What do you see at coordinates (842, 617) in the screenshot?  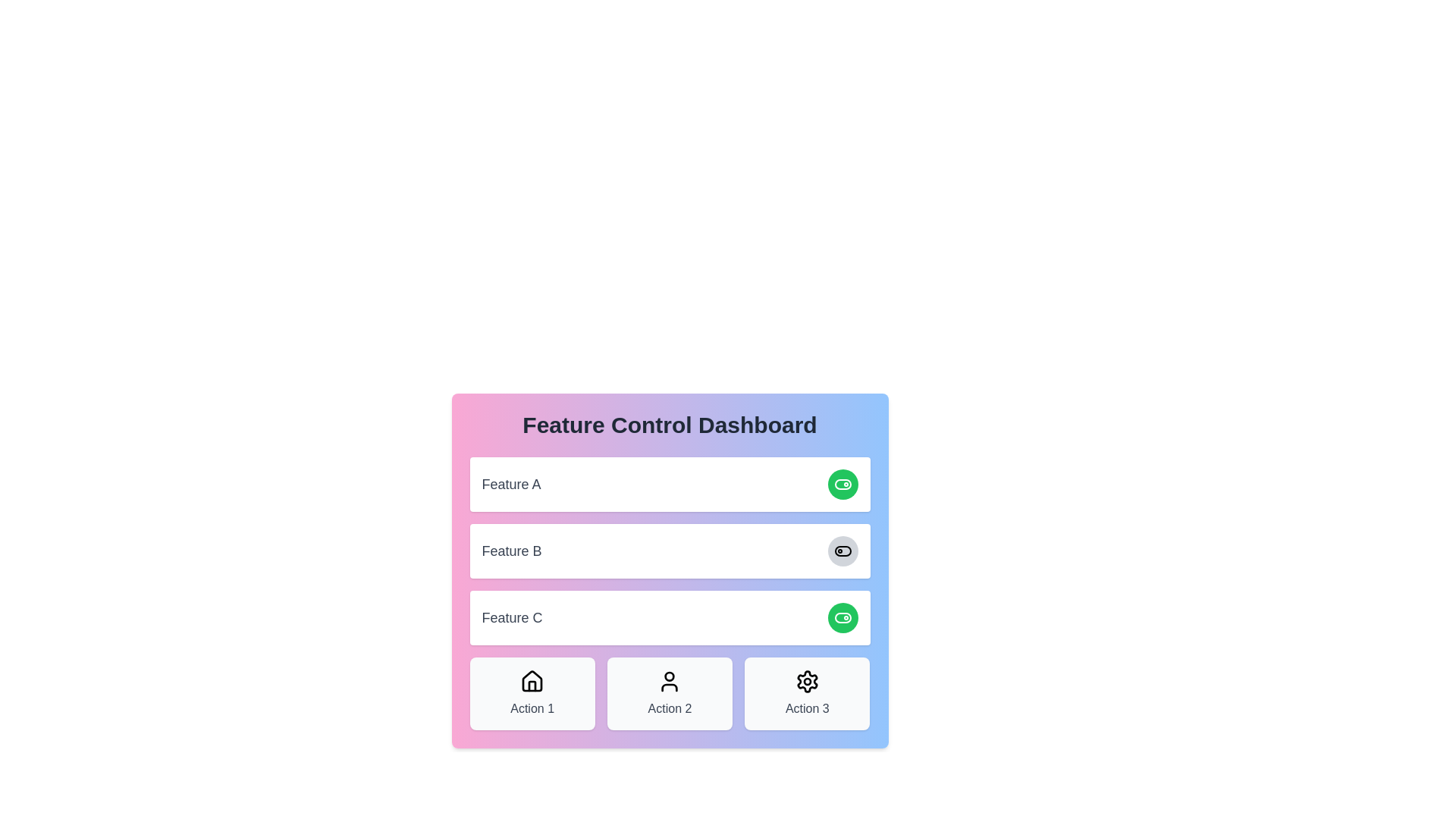 I see `the green circular toggle switch next to 'Feature C'` at bounding box center [842, 617].